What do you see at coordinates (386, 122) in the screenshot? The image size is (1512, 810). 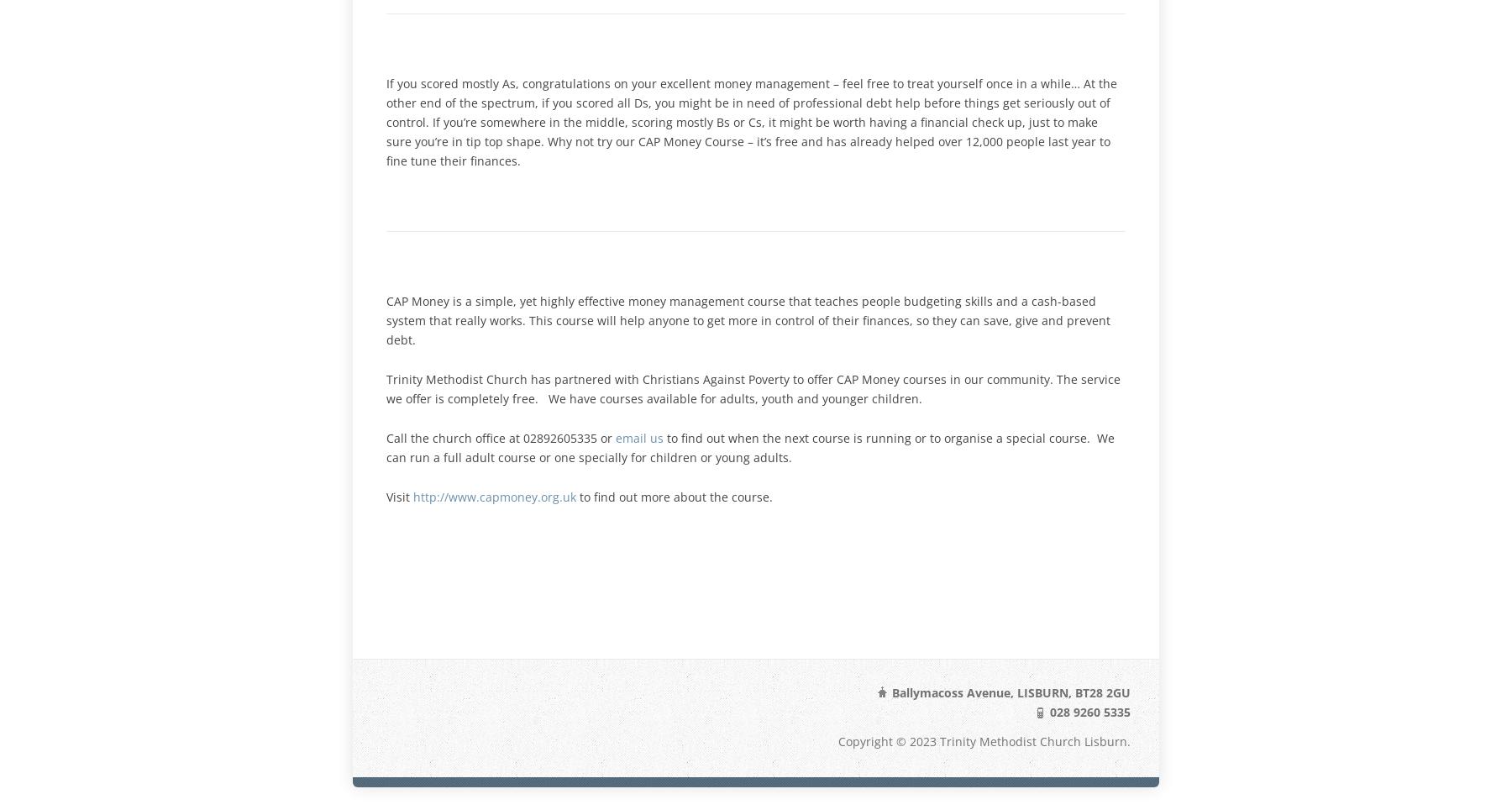 I see `'If you scored mostly As, congratulations on your excellent money management – feel free to treat yourself once in a while… At the other end of the spectrum, if you scored all Ds, you might be in need of professional debt help before things get seriously out of control. If you’re somewhere in the middle, scoring mostly Bs or Cs, it might be worth having a financial check up, just to make sure you’re in tip top shape. Why not try our CAP Money Course – it’s free and has already helped over 12,000 people last year to fine tune their finances.'` at bounding box center [386, 122].